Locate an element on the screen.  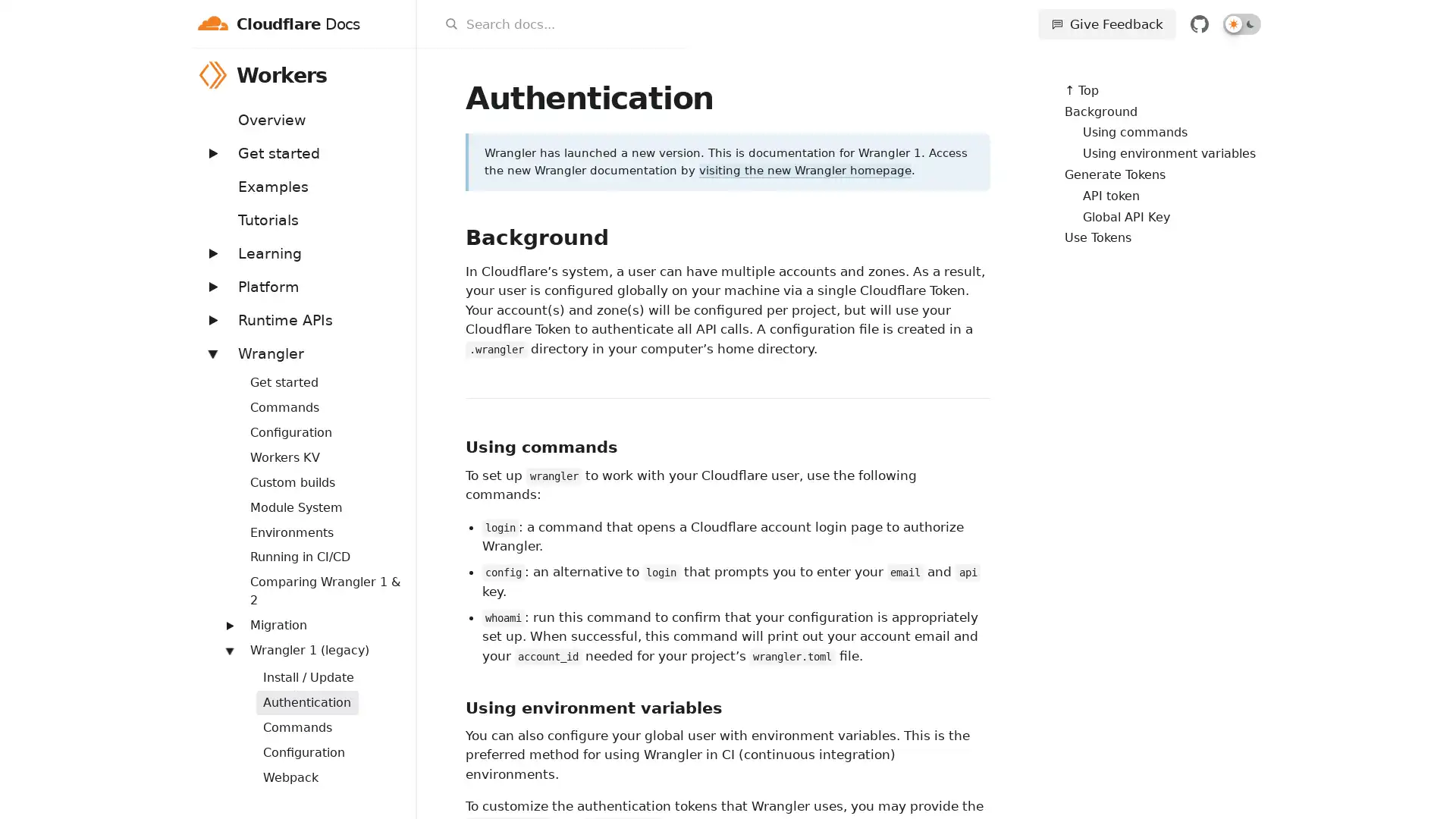
Expand: Bindings is located at coordinates (221, 339).